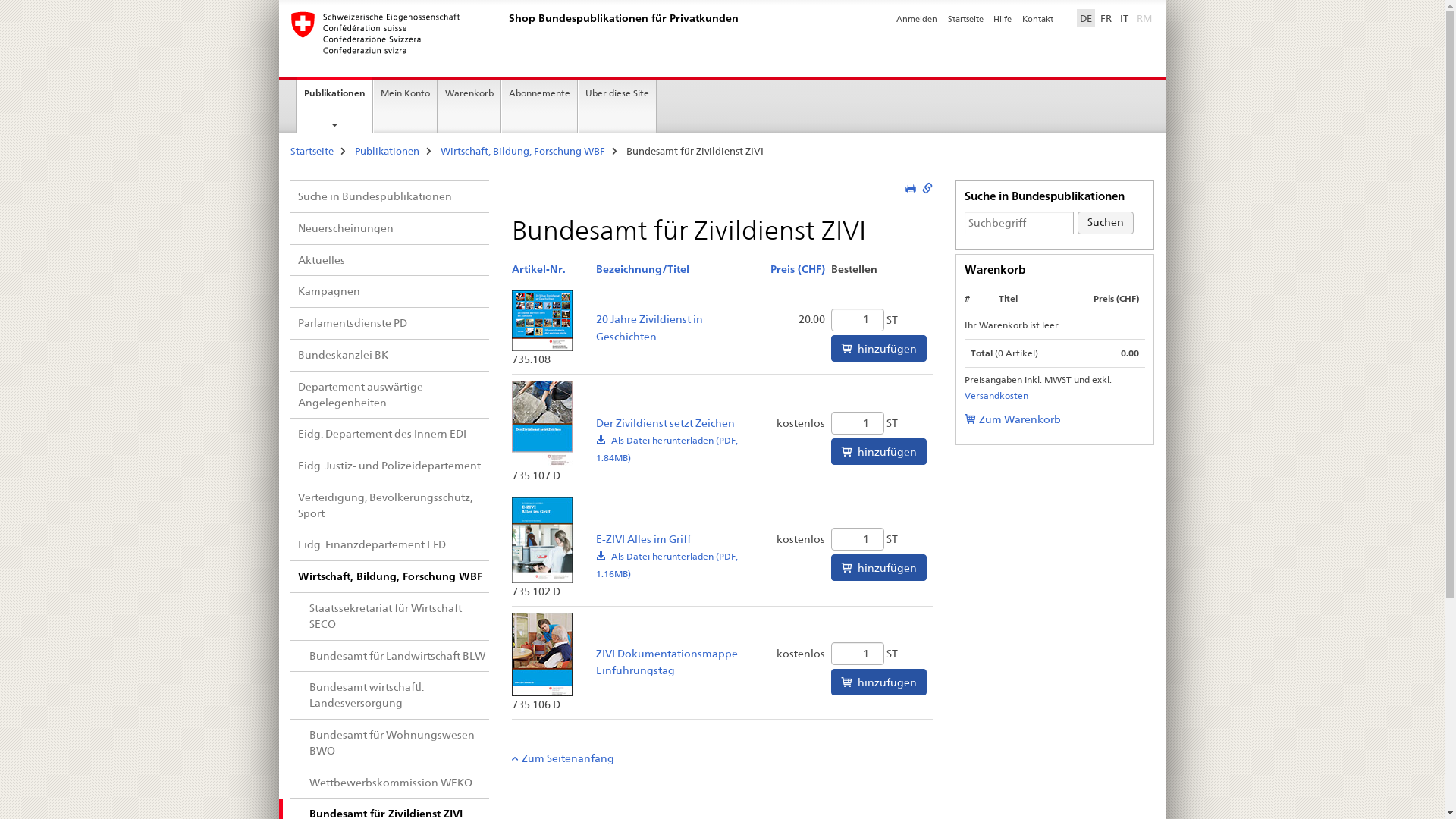 The image size is (1456, 819). What do you see at coordinates (1002, 18) in the screenshot?
I see `'Hilfe'` at bounding box center [1002, 18].